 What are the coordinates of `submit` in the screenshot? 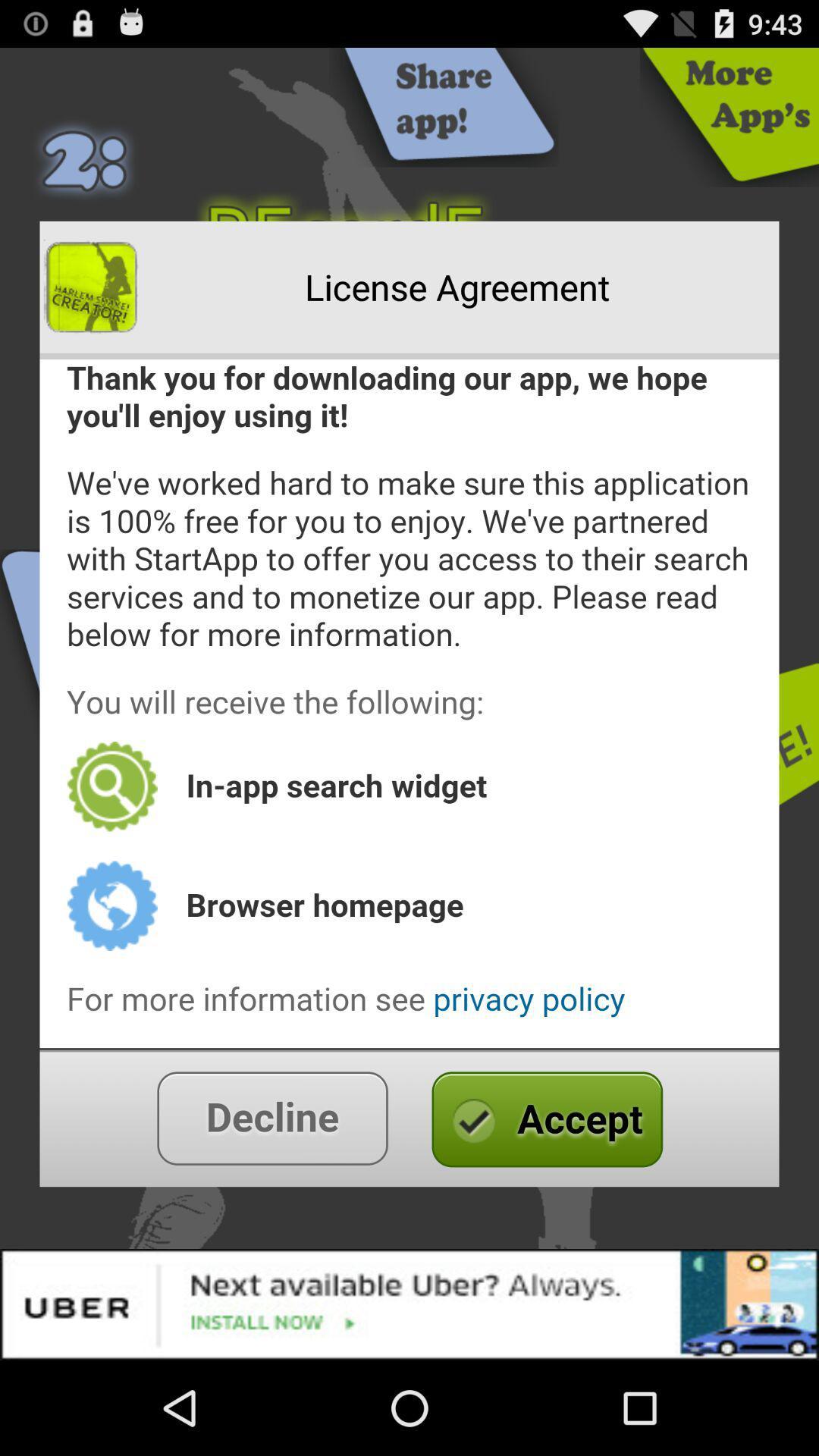 It's located at (409, 1118).